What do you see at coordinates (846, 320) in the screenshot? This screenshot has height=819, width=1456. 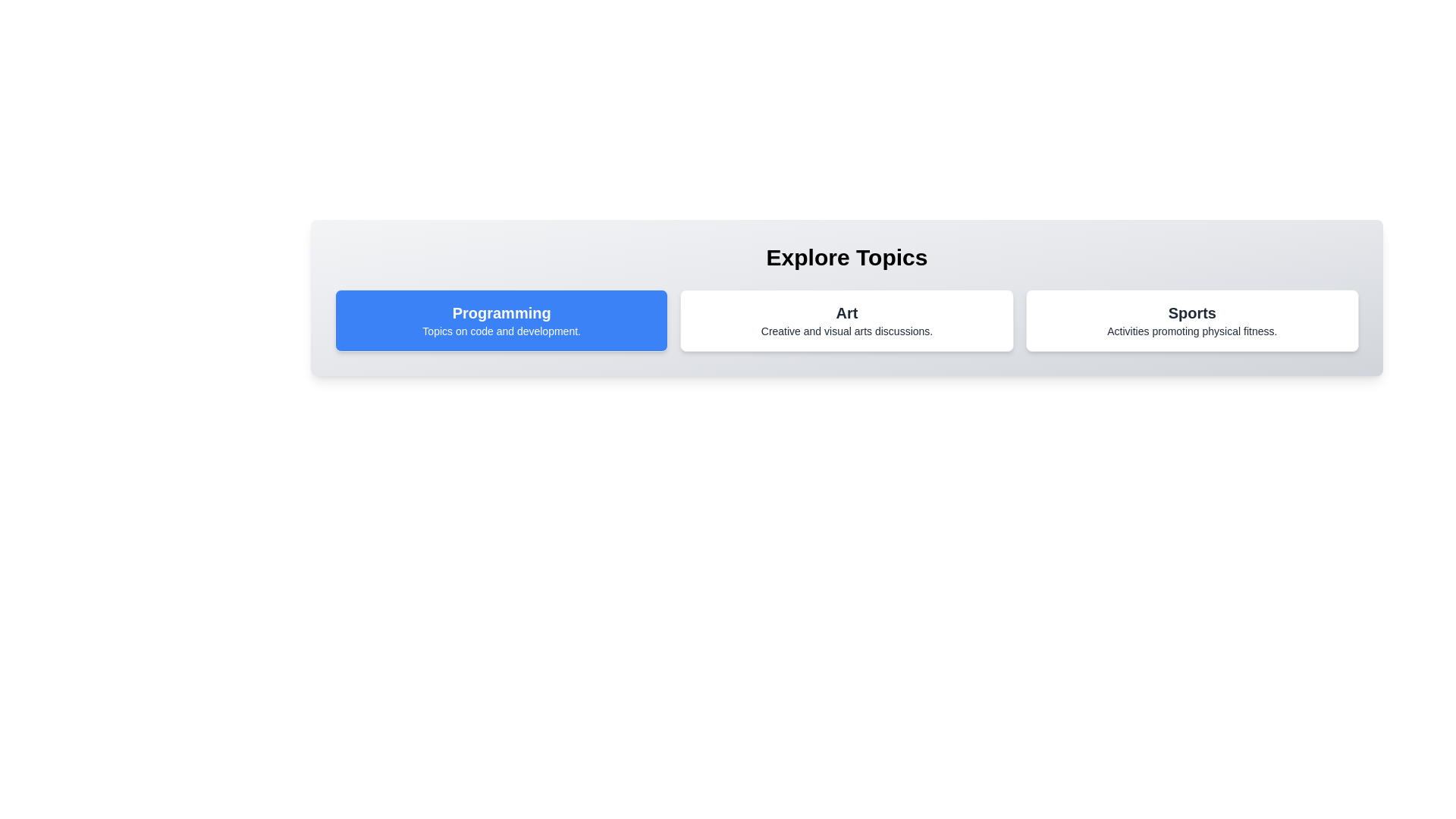 I see `the topic card labeled 'Art'` at bounding box center [846, 320].